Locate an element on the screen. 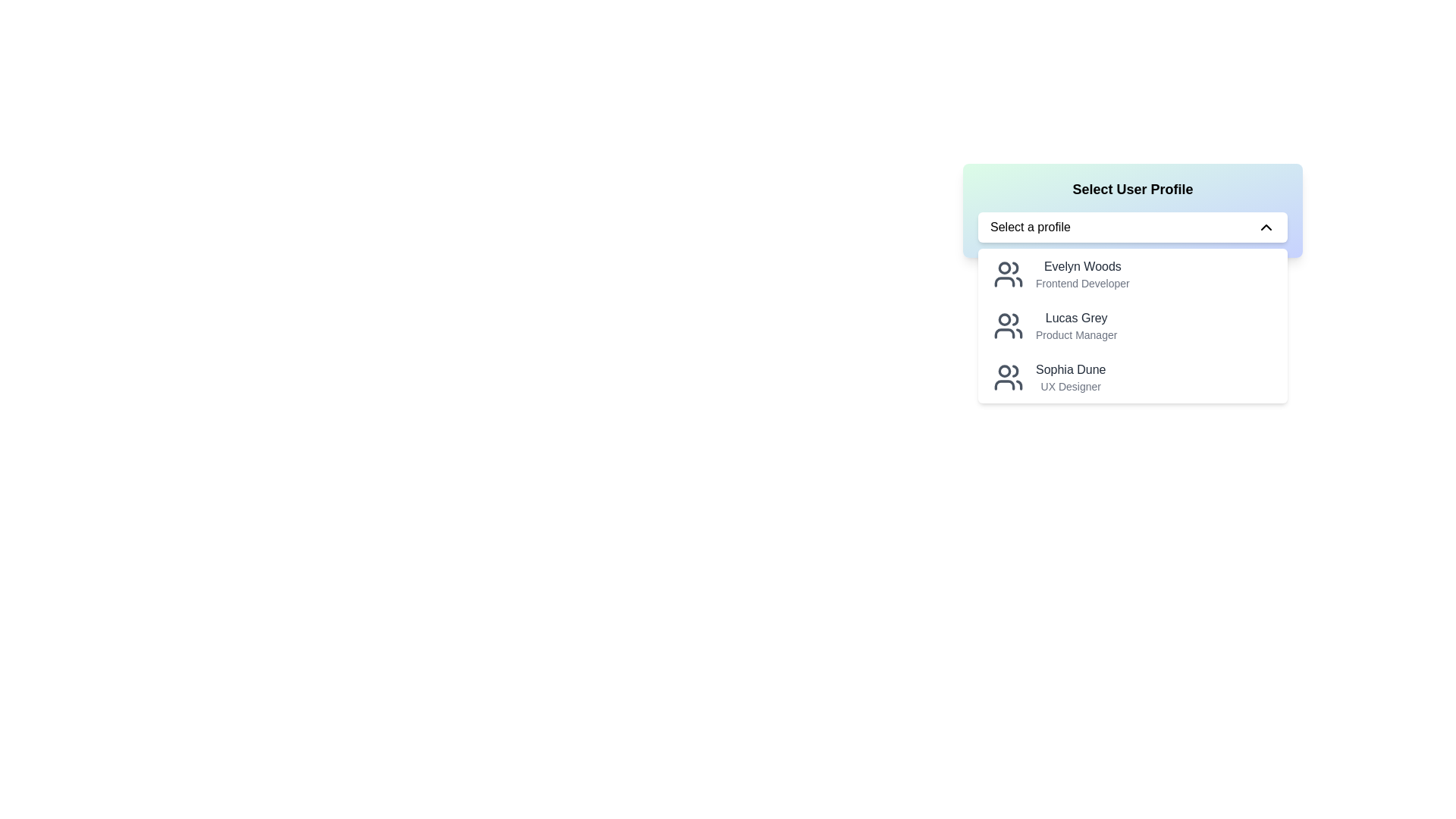  the first selectable user profile in the dropdown menu labeled 'Select User Profile' is located at coordinates (1081, 275).